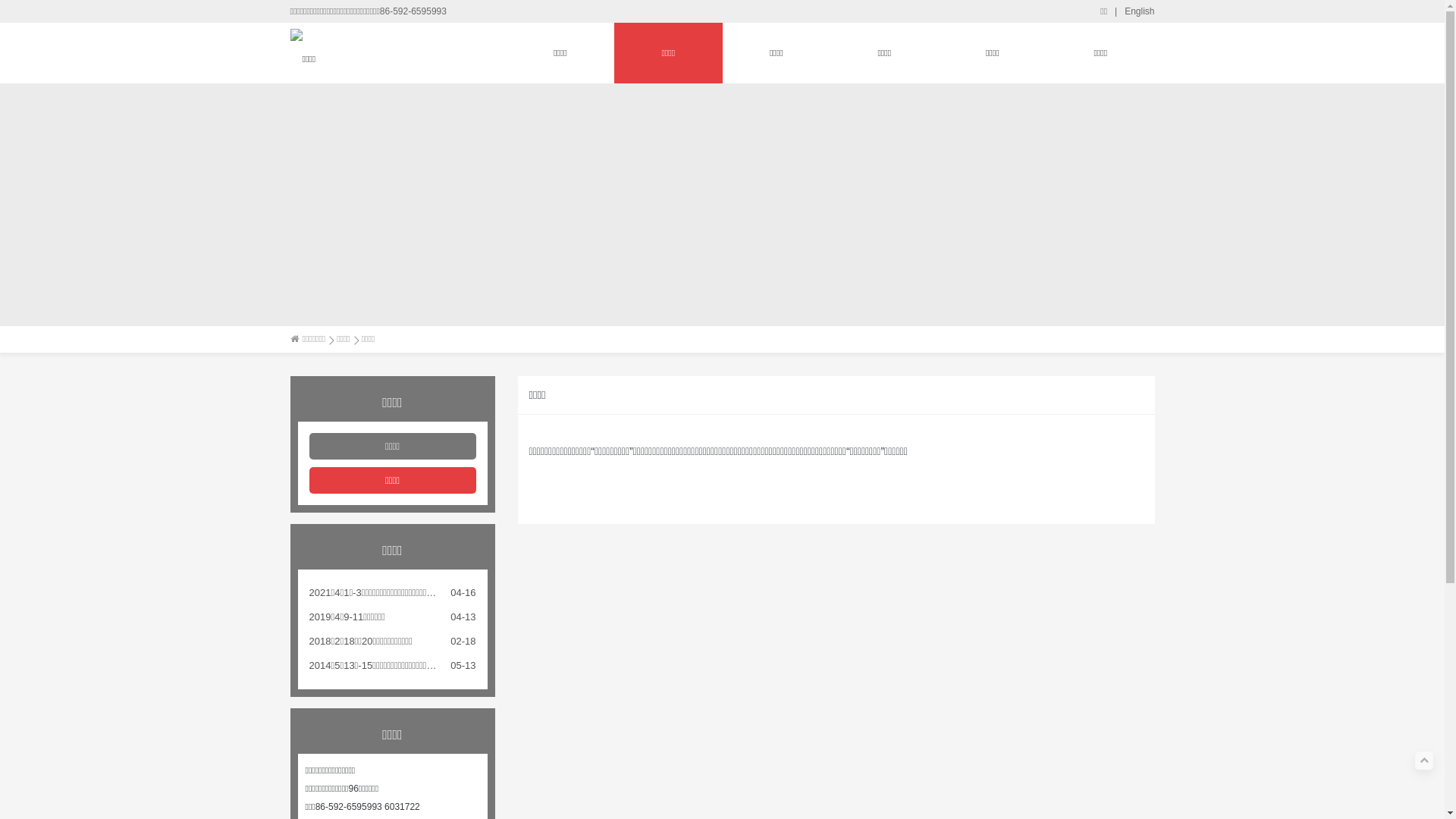 The height and width of the screenshot is (819, 1456). What do you see at coordinates (1139, 11) in the screenshot?
I see `'English'` at bounding box center [1139, 11].